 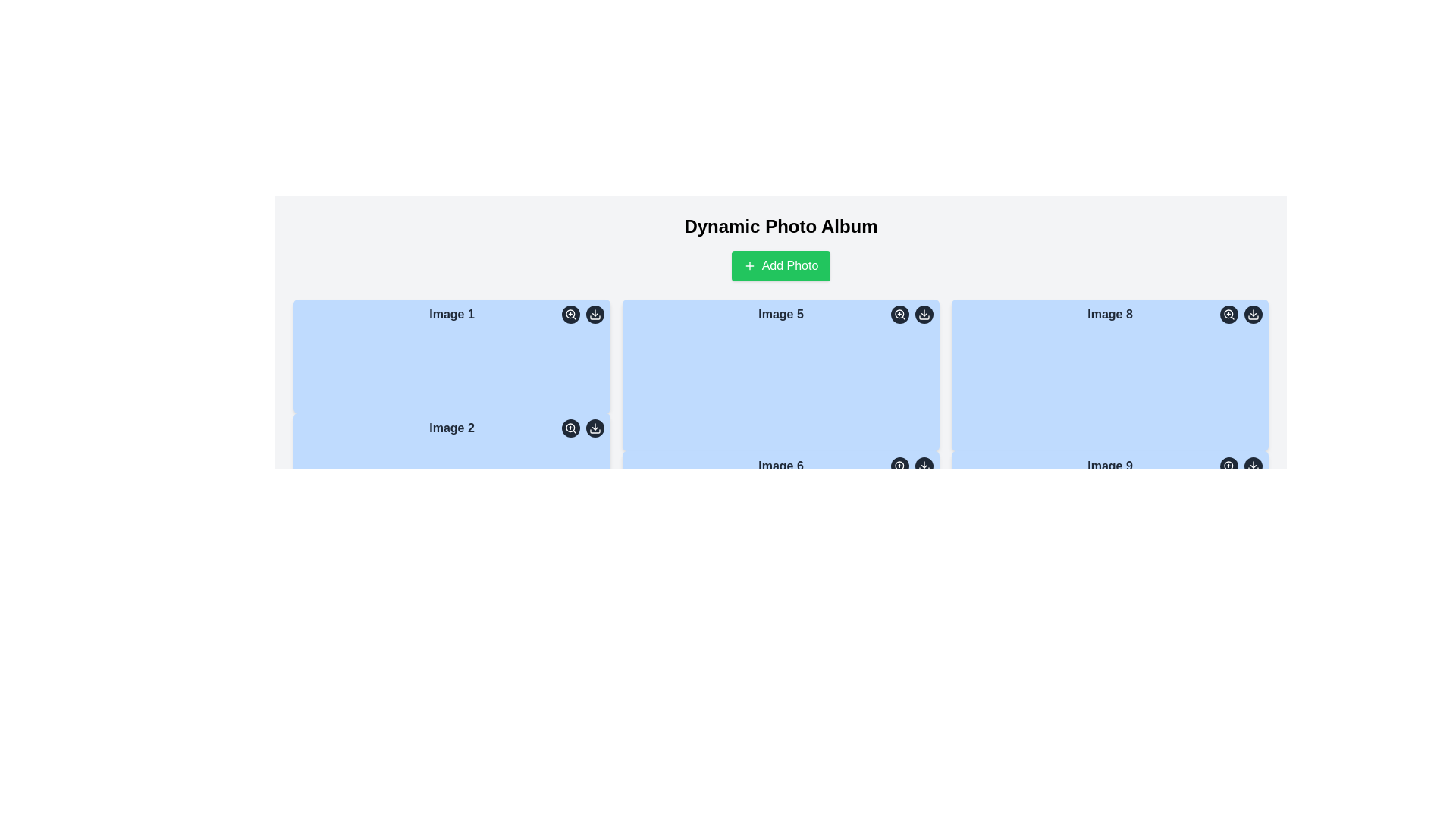 I want to click on the circular download button with a dark gray background and white download icon located in the top-right corner of the first image card to initiate downloading the content, so click(x=595, y=314).